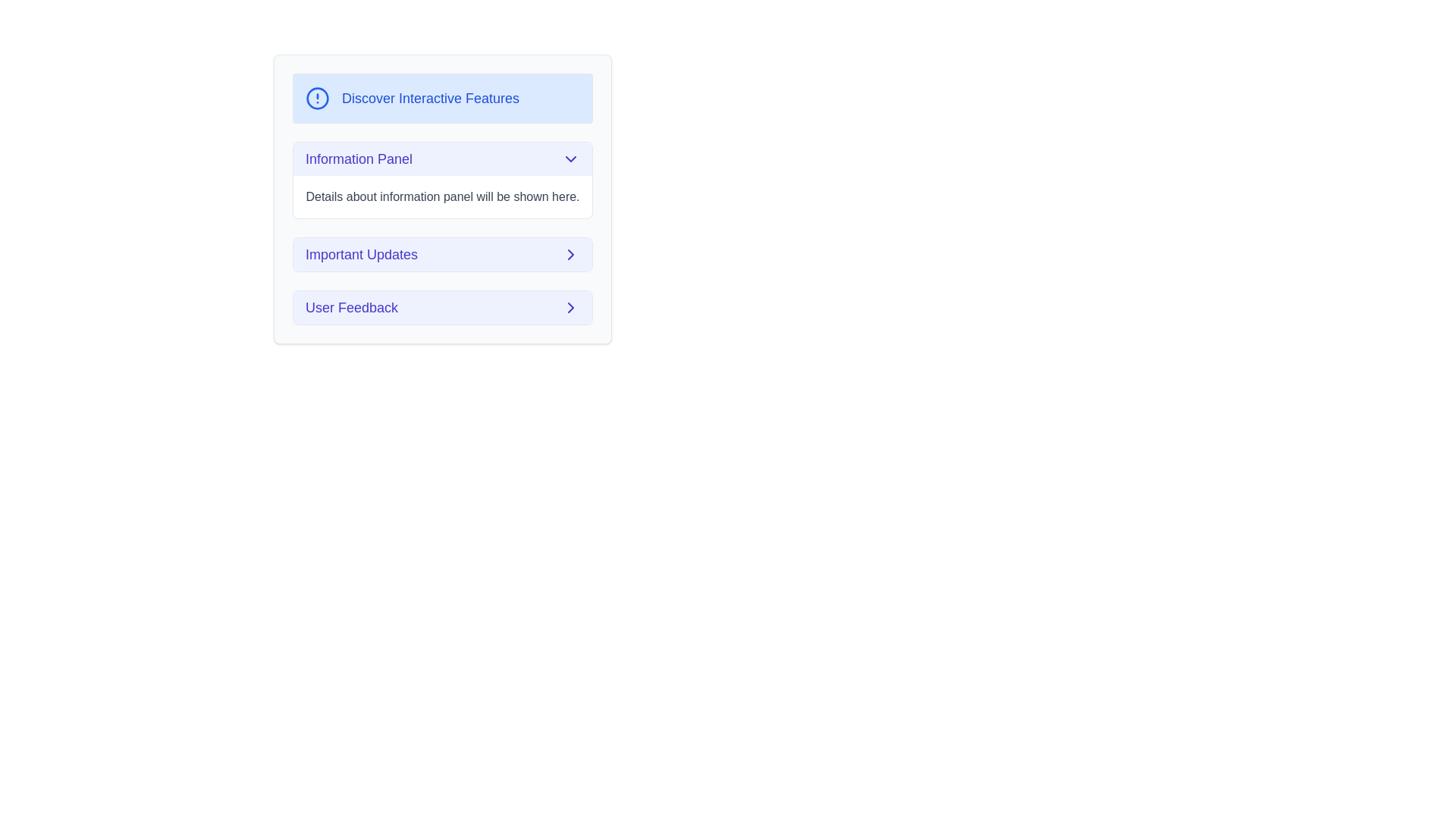 This screenshot has height=819, width=1456. Describe the element at coordinates (358, 158) in the screenshot. I see `the 'Information Panel' text label, which is displayed in a bold purple font and has a light purple background, positioned within a wider horizontal bar with an arrow icon on the right` at that location.